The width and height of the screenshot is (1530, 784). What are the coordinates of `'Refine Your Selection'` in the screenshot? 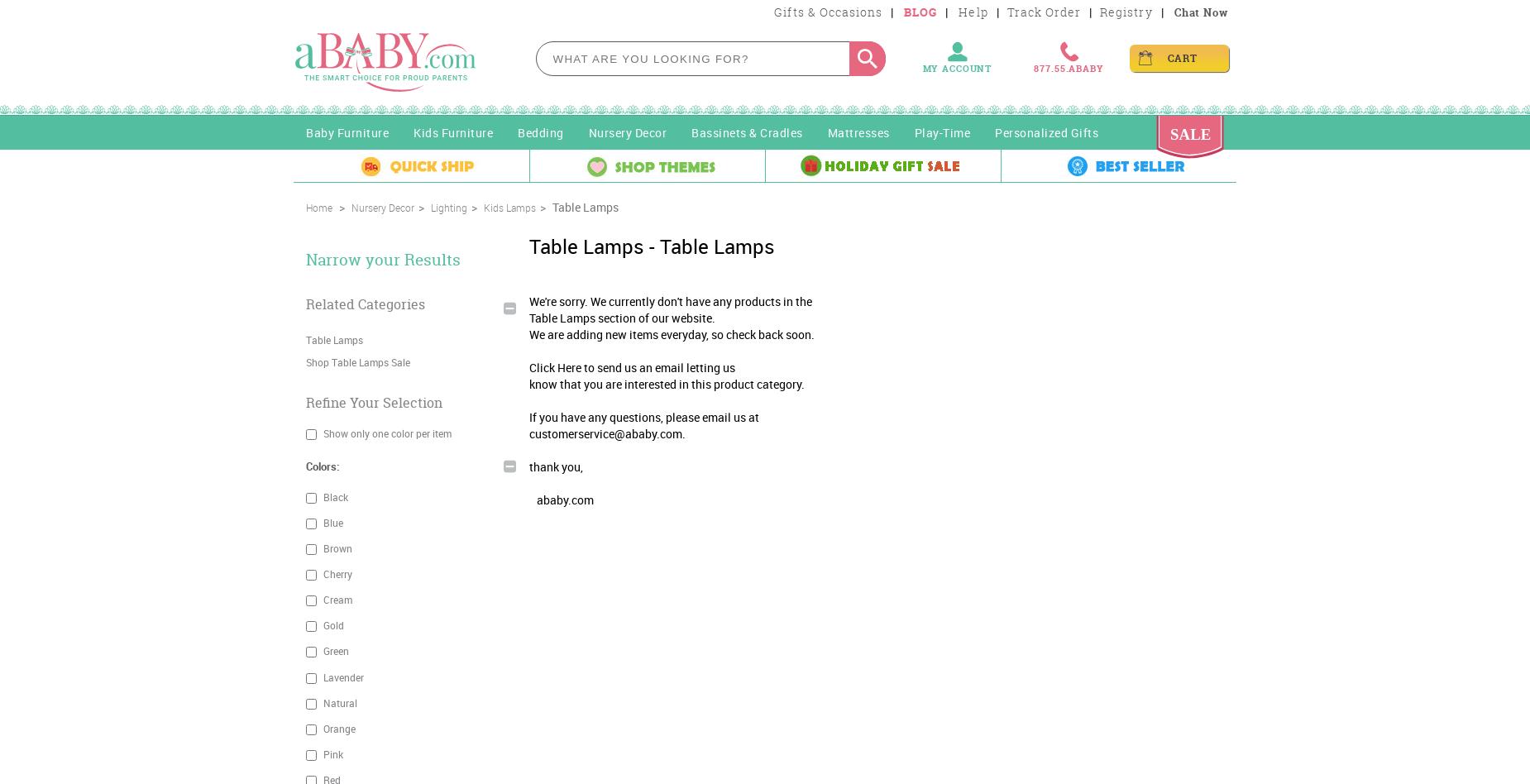 It's located at (373, 402).